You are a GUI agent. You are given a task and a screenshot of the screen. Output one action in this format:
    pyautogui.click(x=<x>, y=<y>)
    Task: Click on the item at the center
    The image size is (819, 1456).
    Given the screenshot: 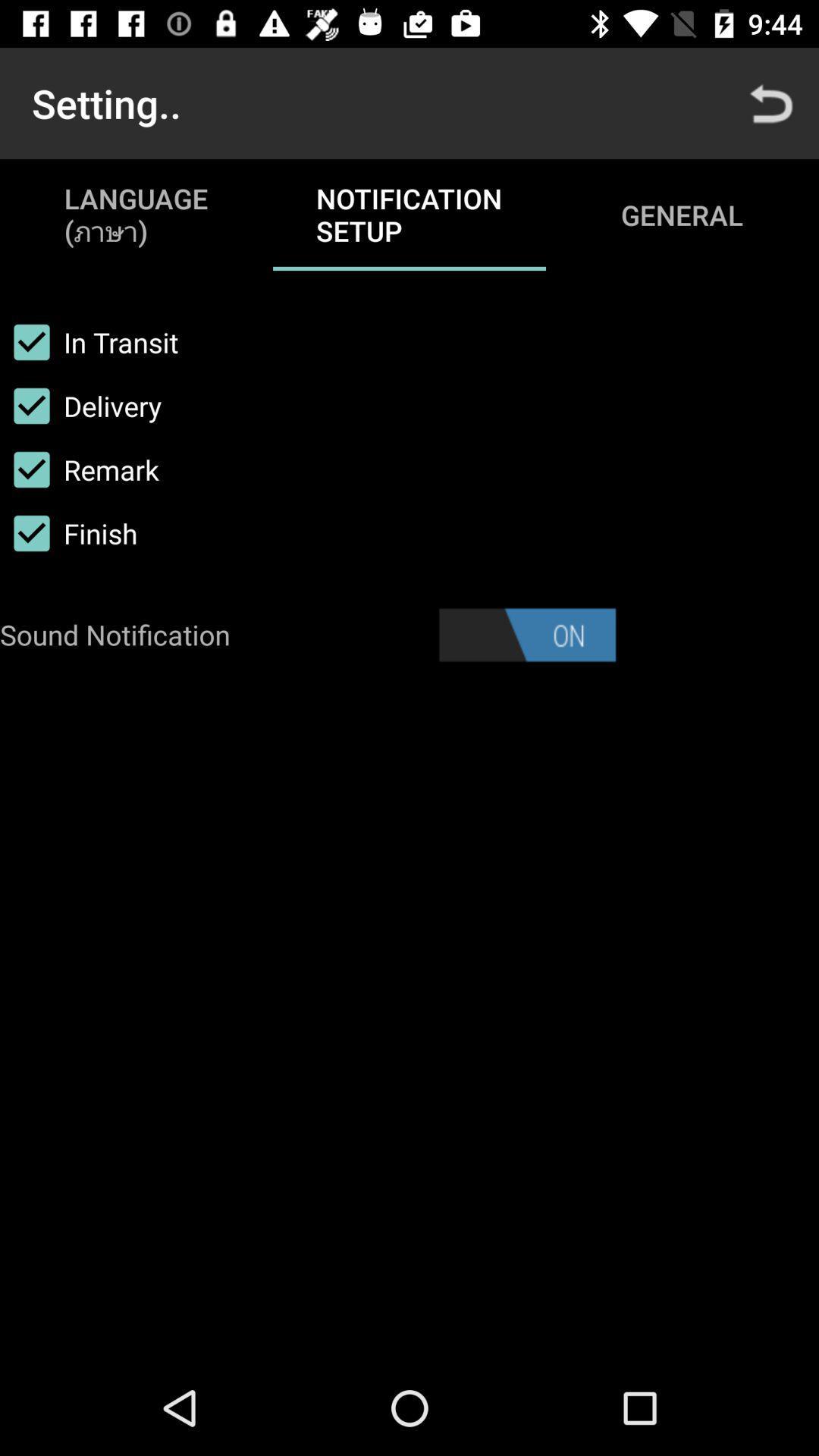 What is the action you would take?
    pyautogui.click(x=526, y=635)
    